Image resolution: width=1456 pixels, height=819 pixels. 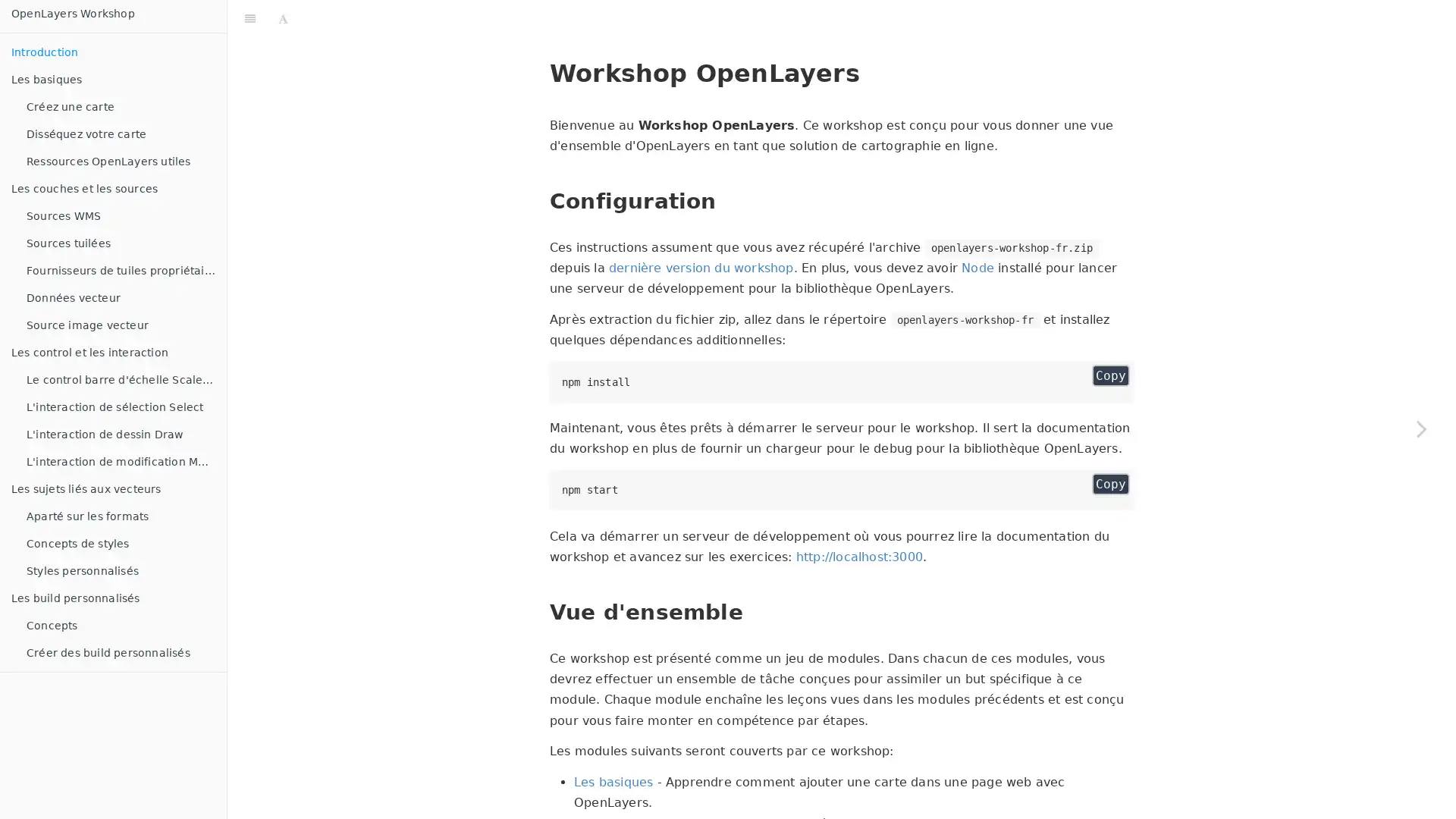 I want to click on Copy, so click(x=1110, y=483).